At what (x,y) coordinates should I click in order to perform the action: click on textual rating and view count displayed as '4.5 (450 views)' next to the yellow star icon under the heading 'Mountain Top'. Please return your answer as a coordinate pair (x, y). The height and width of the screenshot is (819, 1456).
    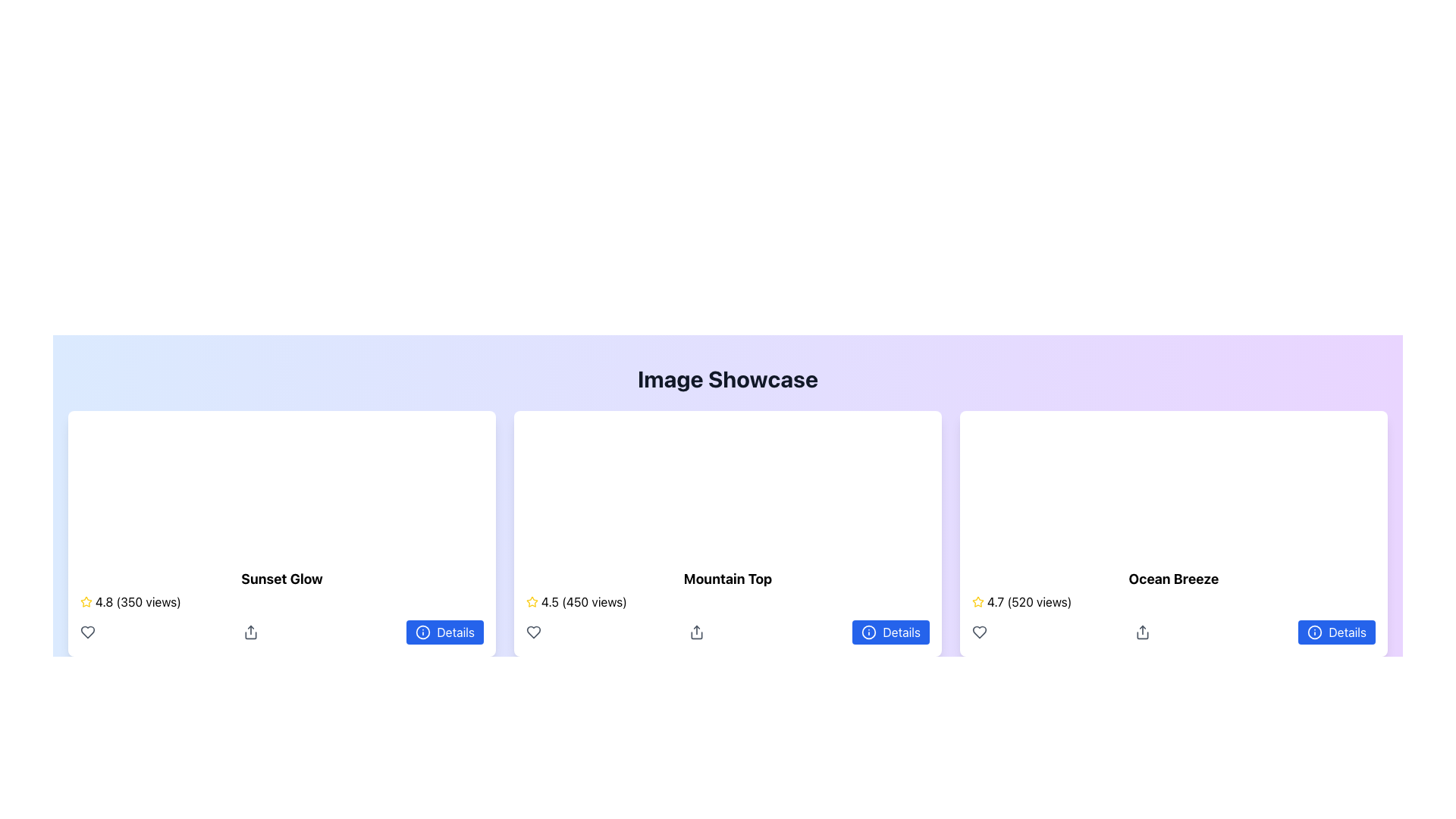
    Looking at the image, I should click on (583, 601).